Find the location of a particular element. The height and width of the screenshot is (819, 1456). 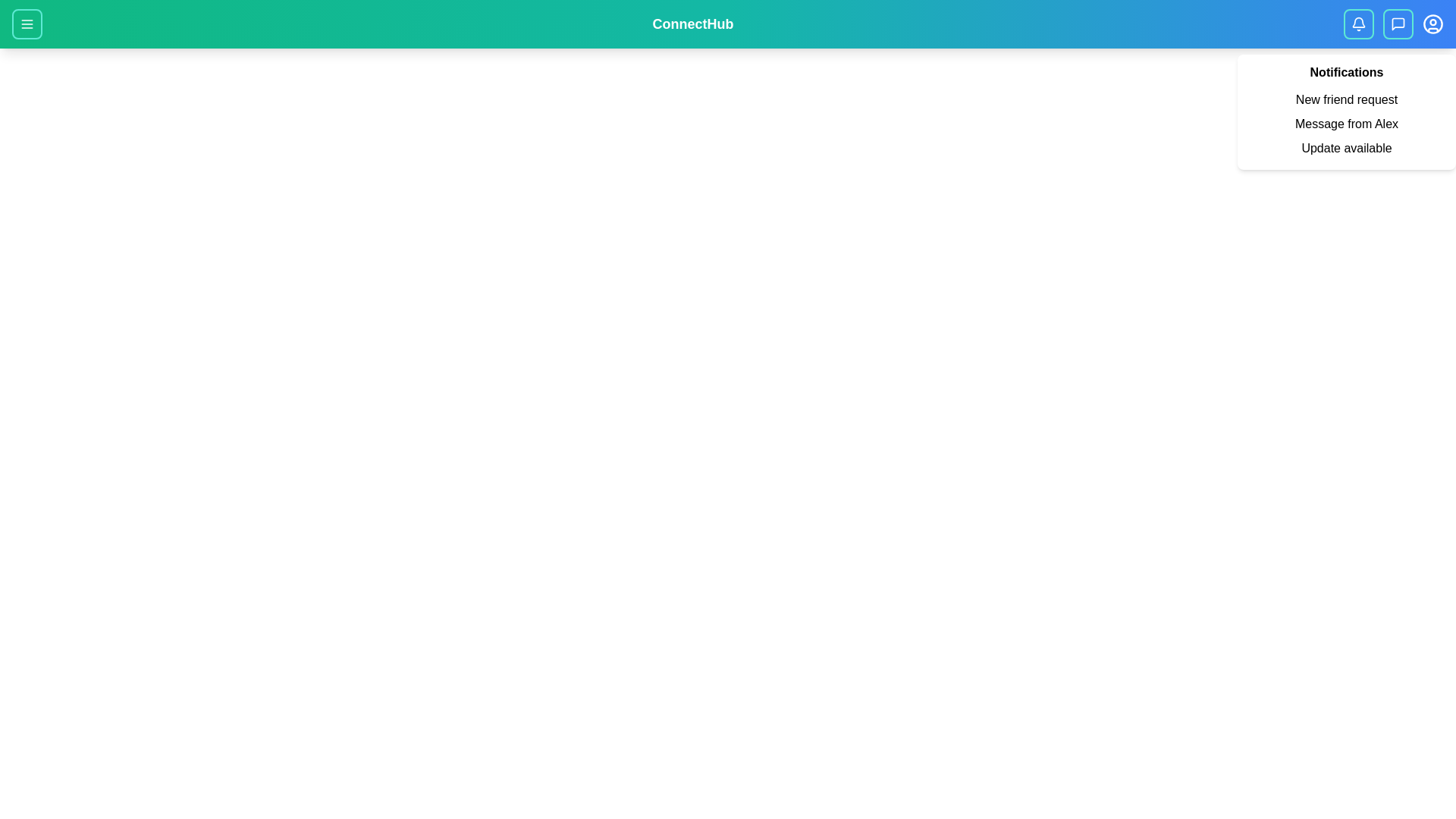

the user profile button located at the top-right corner of the app bar is located at coordinates (1432, 24).